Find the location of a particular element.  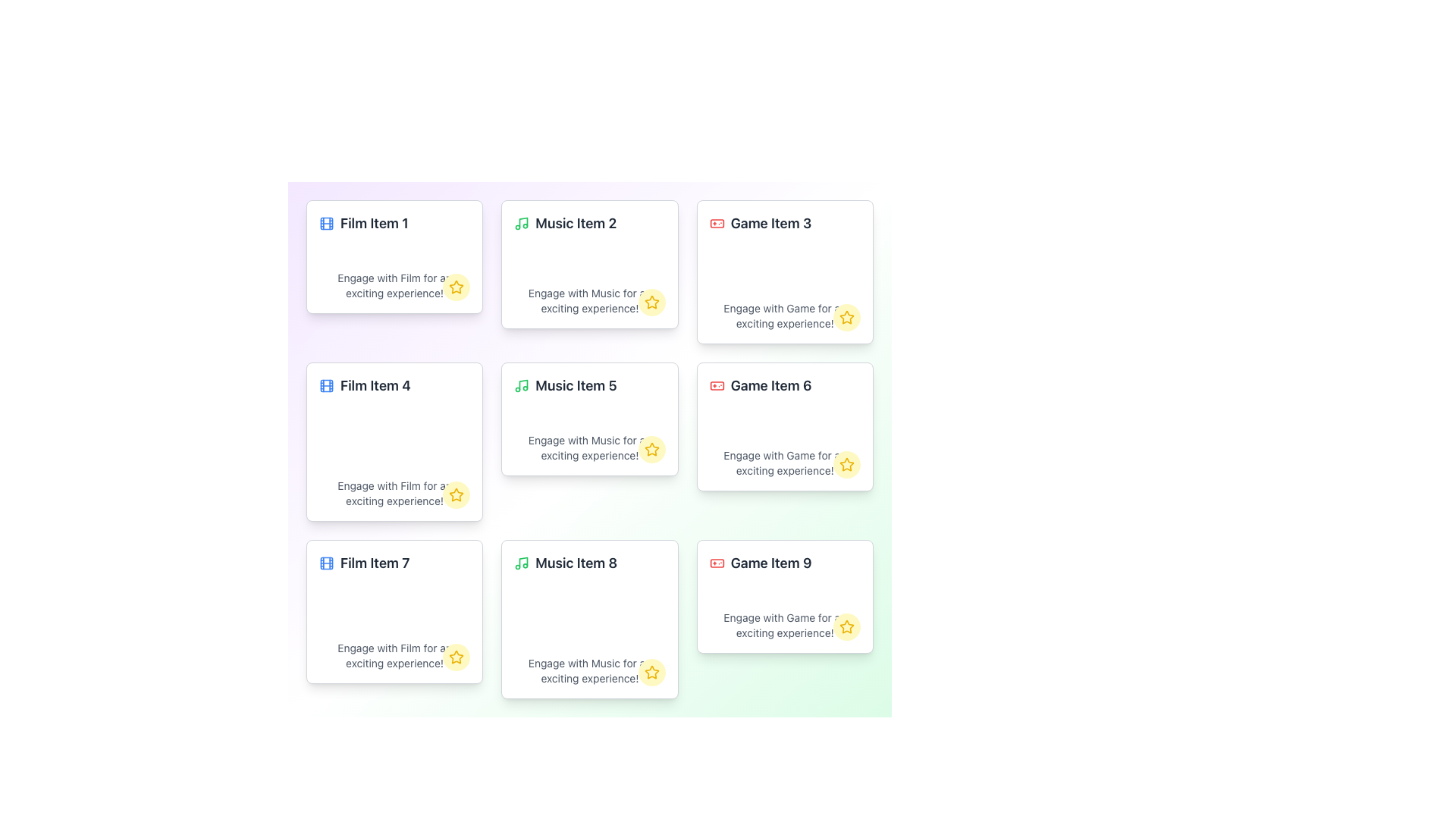

the selectable content card located in the bottom-left corner of the 3x3 grid layout, below 'Film Item 4' and is located at coordinates (394, 610).